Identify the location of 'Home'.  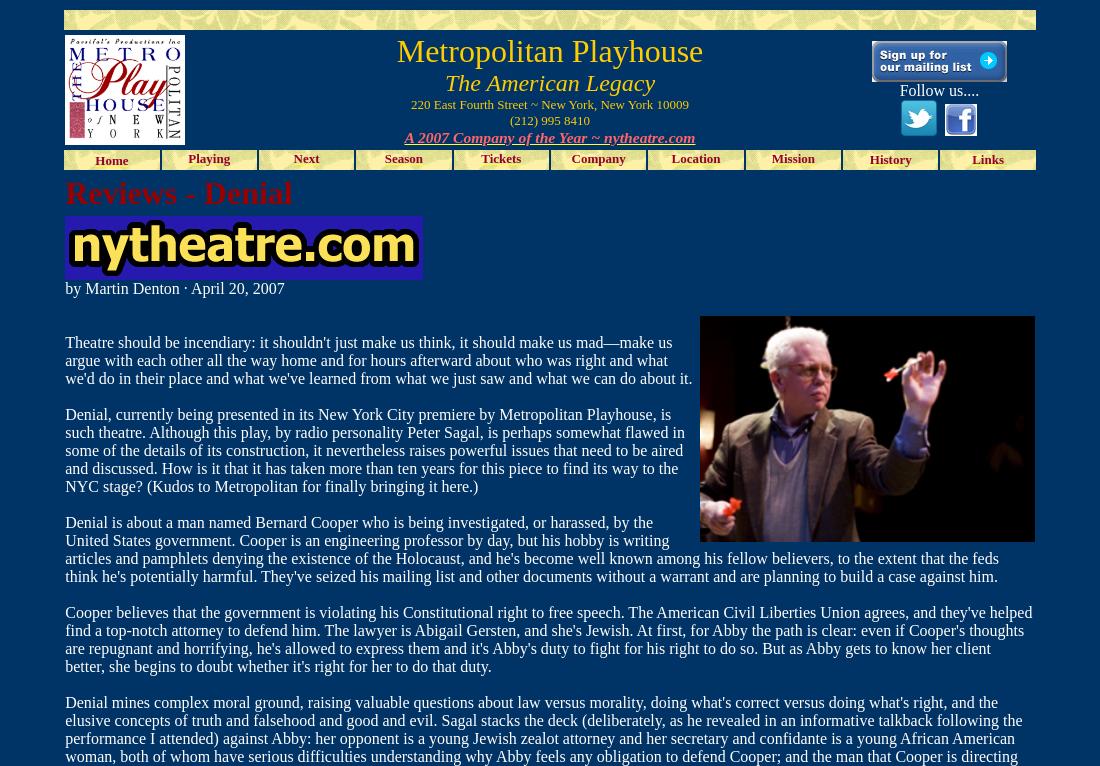
(111, 159).